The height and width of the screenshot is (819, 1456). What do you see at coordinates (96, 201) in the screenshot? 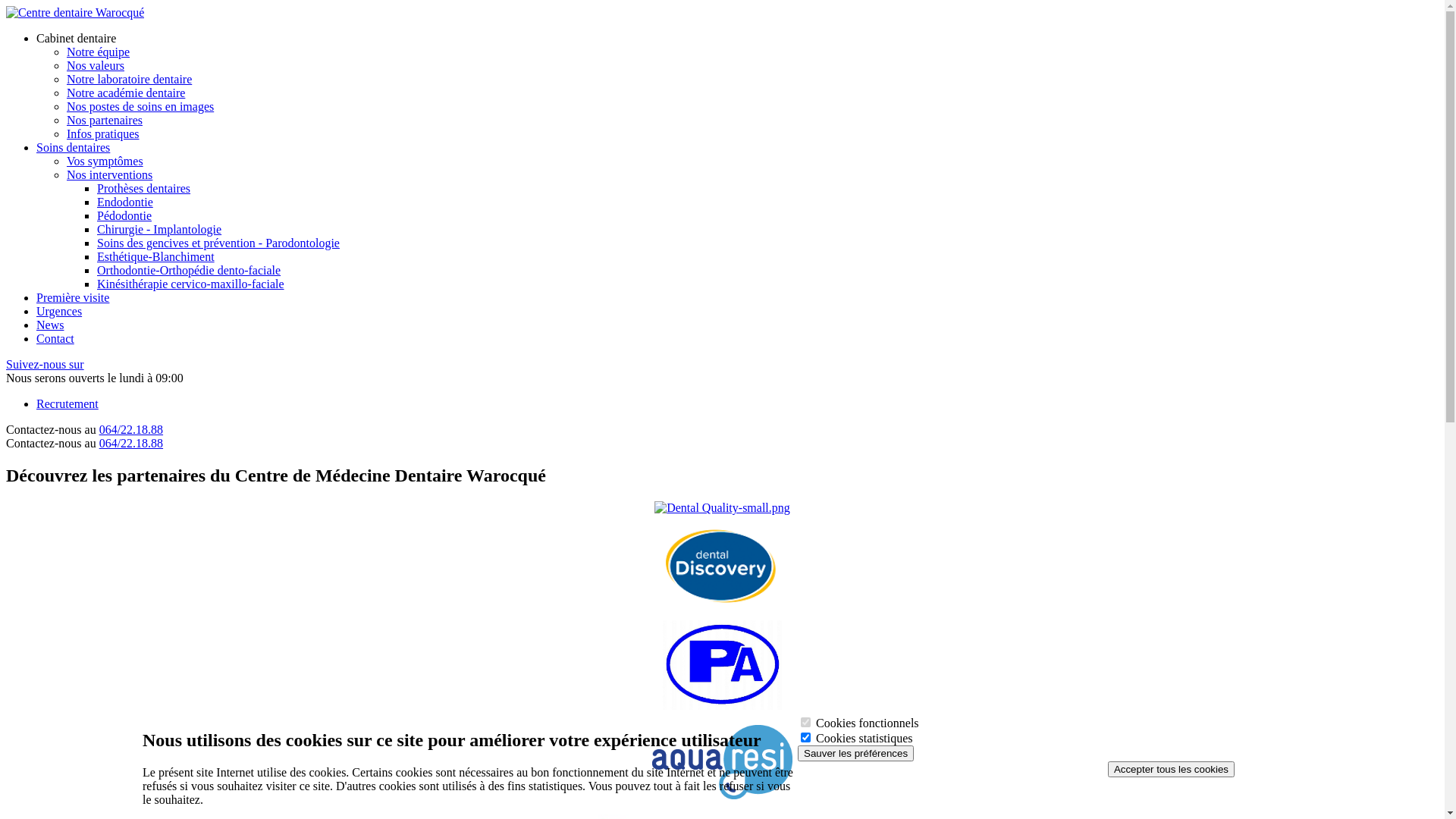
I see `'Endodontie'` at bounding box center [96, 201].